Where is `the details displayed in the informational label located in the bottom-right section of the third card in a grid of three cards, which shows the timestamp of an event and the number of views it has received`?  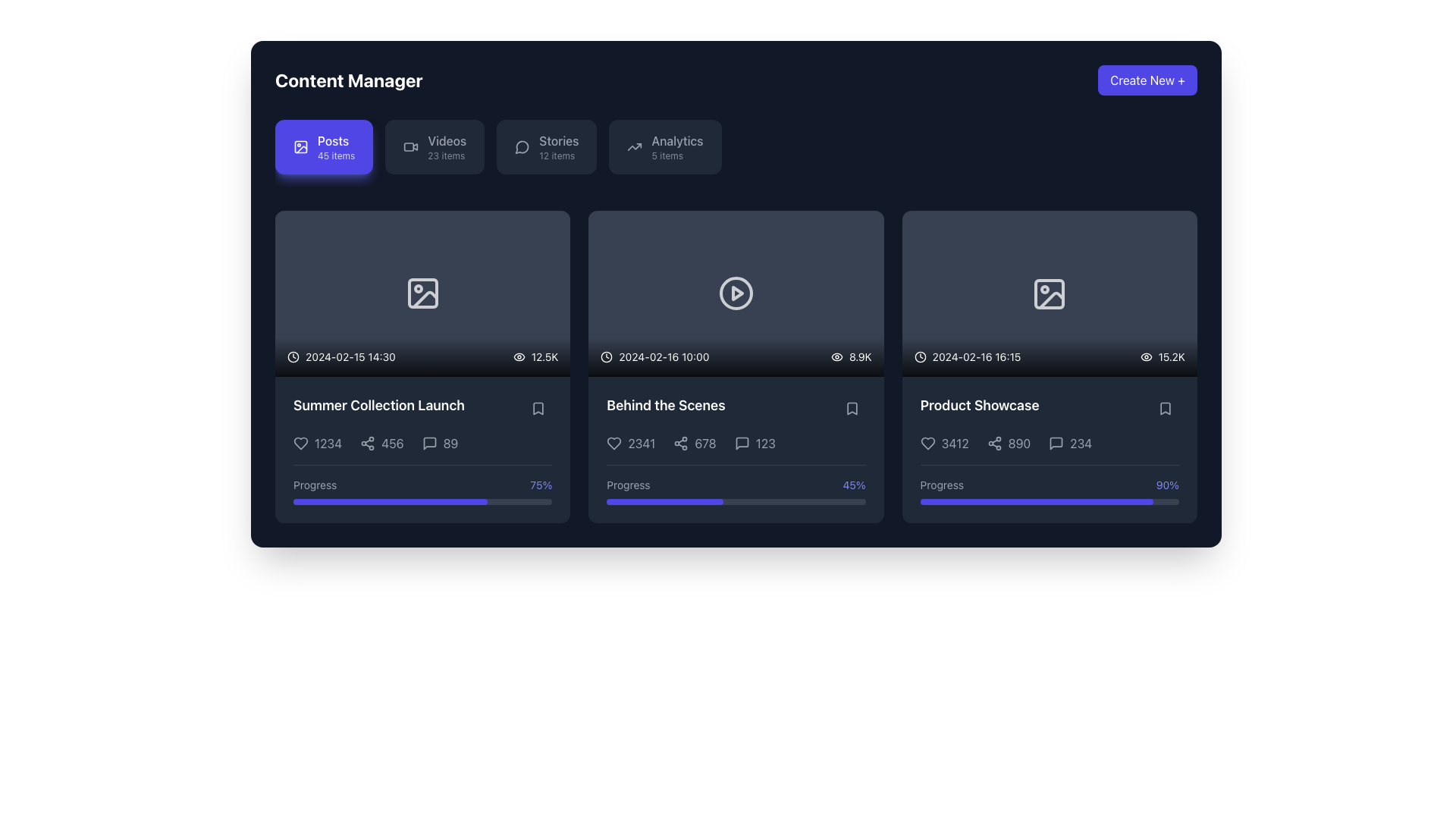
the details displayed in the informational label located in the bottom-right section of the third card in a grid of three cards, which shows the timestamp of an event and the number of views it has received is located at coordinates (1049, 356).